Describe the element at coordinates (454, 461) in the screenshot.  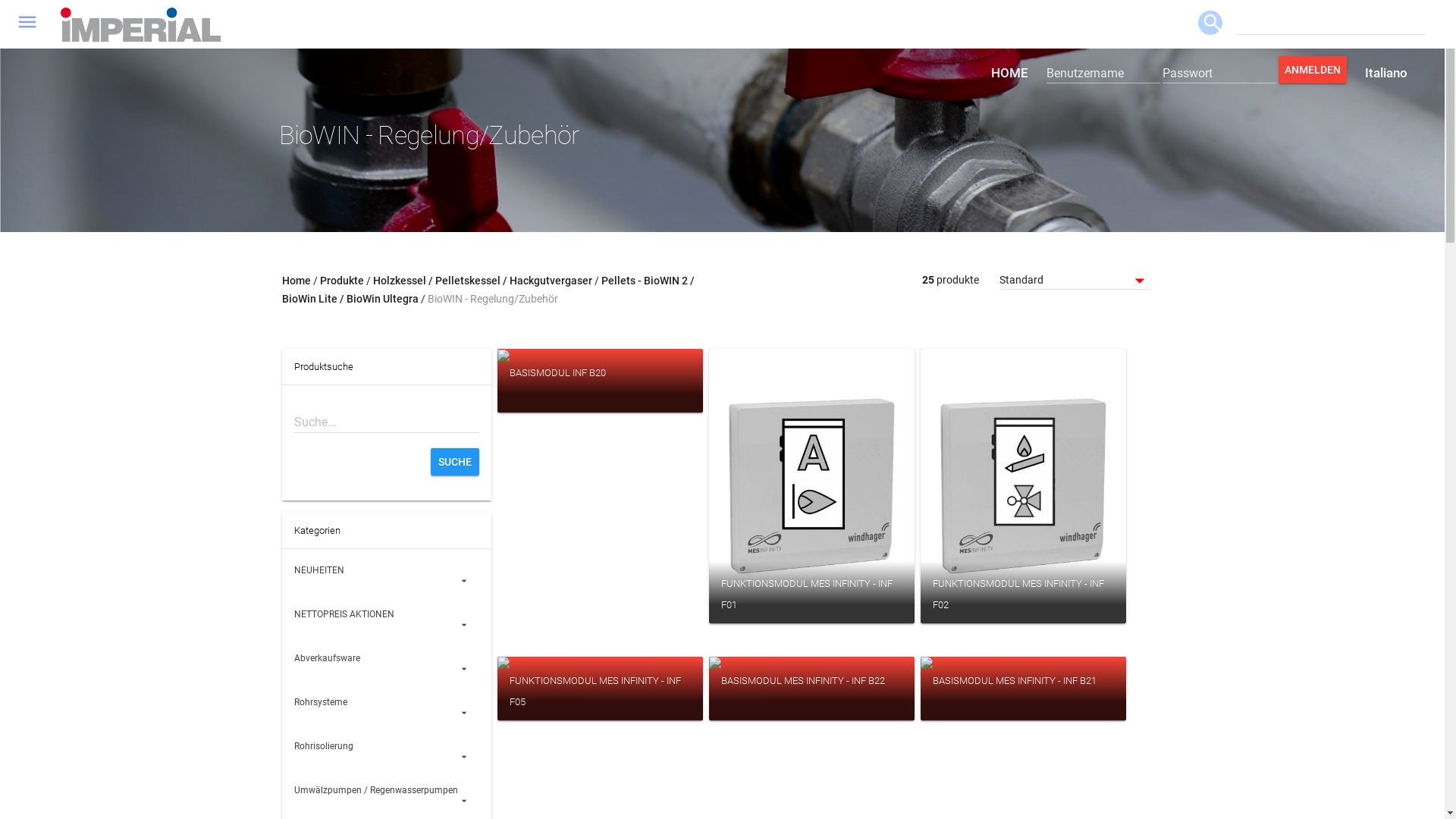
I see `'SUCHE'` at that location.